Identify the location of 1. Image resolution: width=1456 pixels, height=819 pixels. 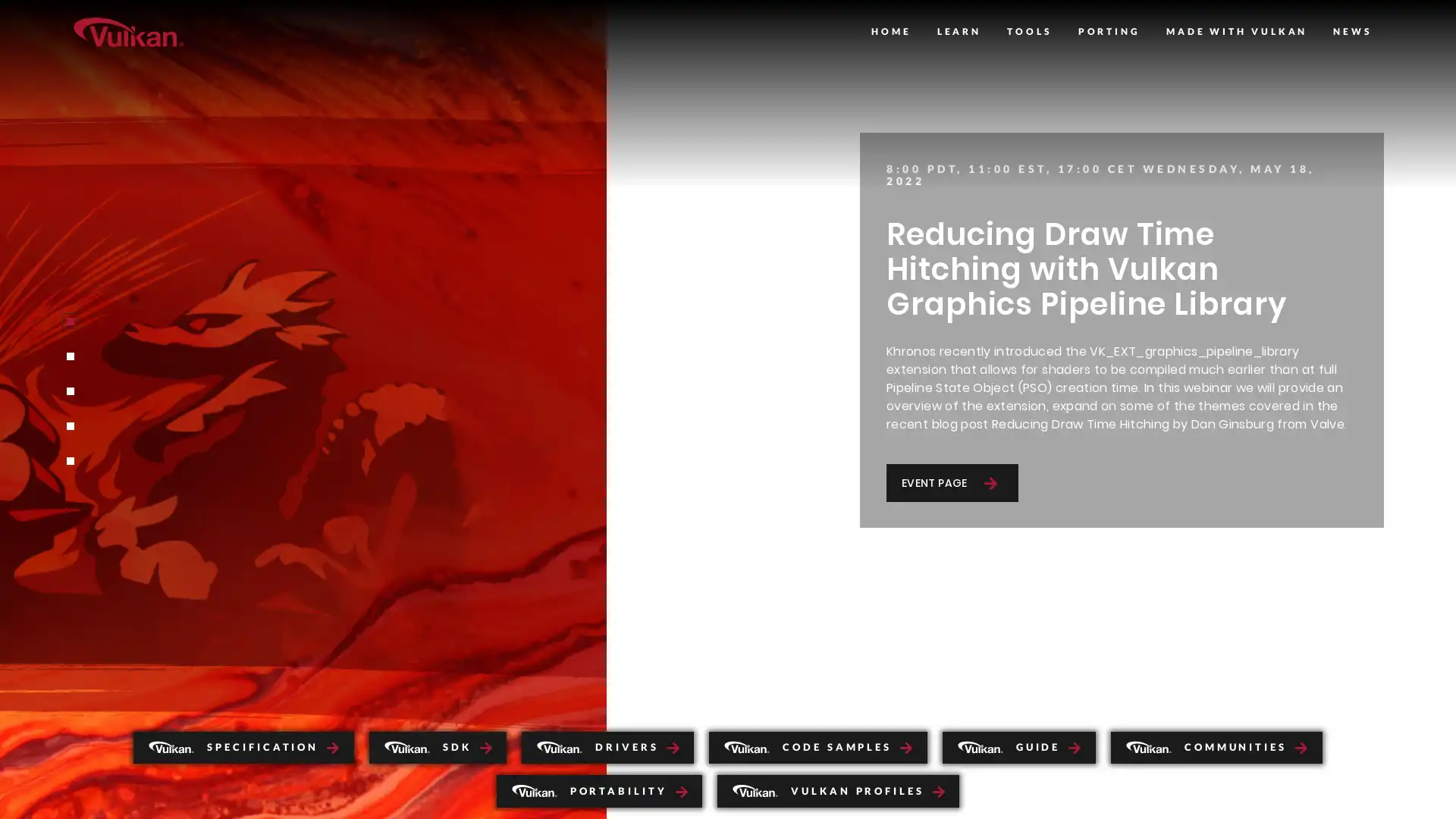
(68, 321).